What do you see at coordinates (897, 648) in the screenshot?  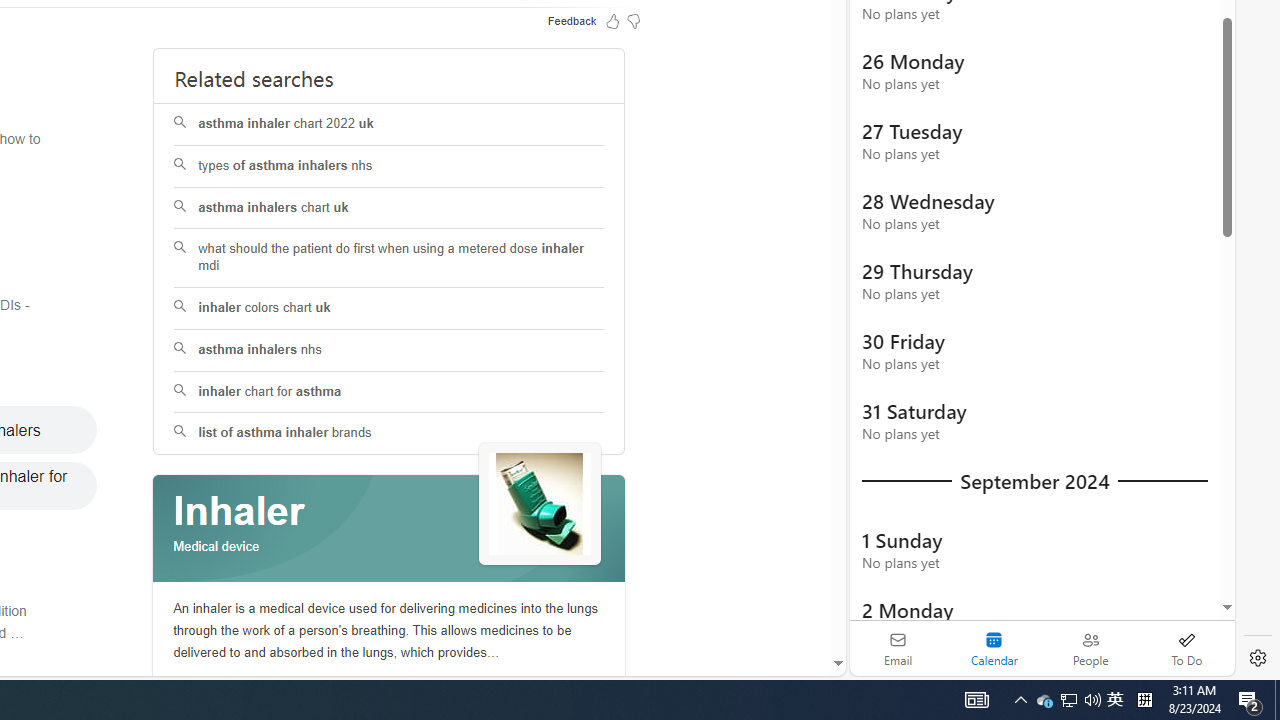 I see `'Email'` at bounding box center [897, 648].